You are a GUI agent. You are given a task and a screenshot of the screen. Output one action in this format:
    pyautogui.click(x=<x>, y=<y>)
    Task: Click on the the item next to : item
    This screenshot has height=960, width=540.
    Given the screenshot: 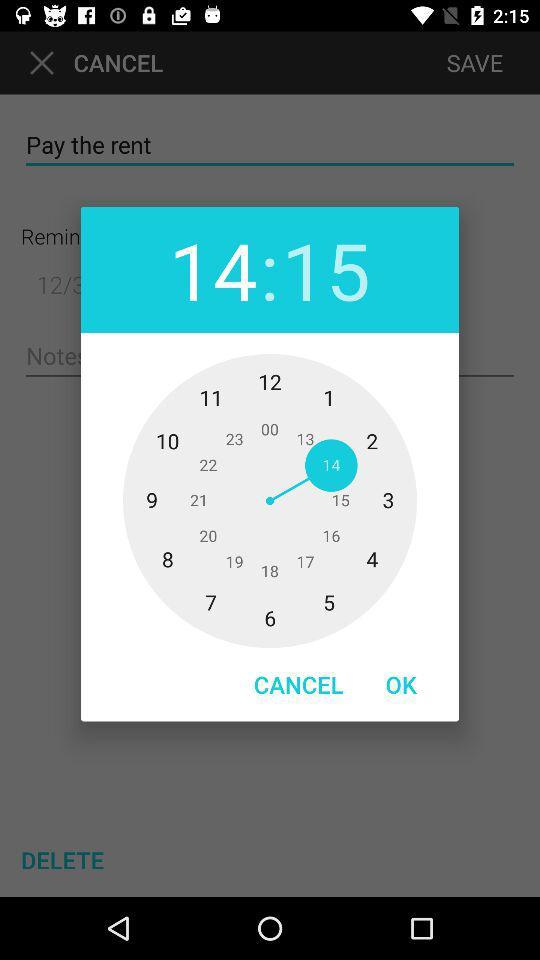 What is the action you would take?
    pyautogui.click(x=326, y=268)
    